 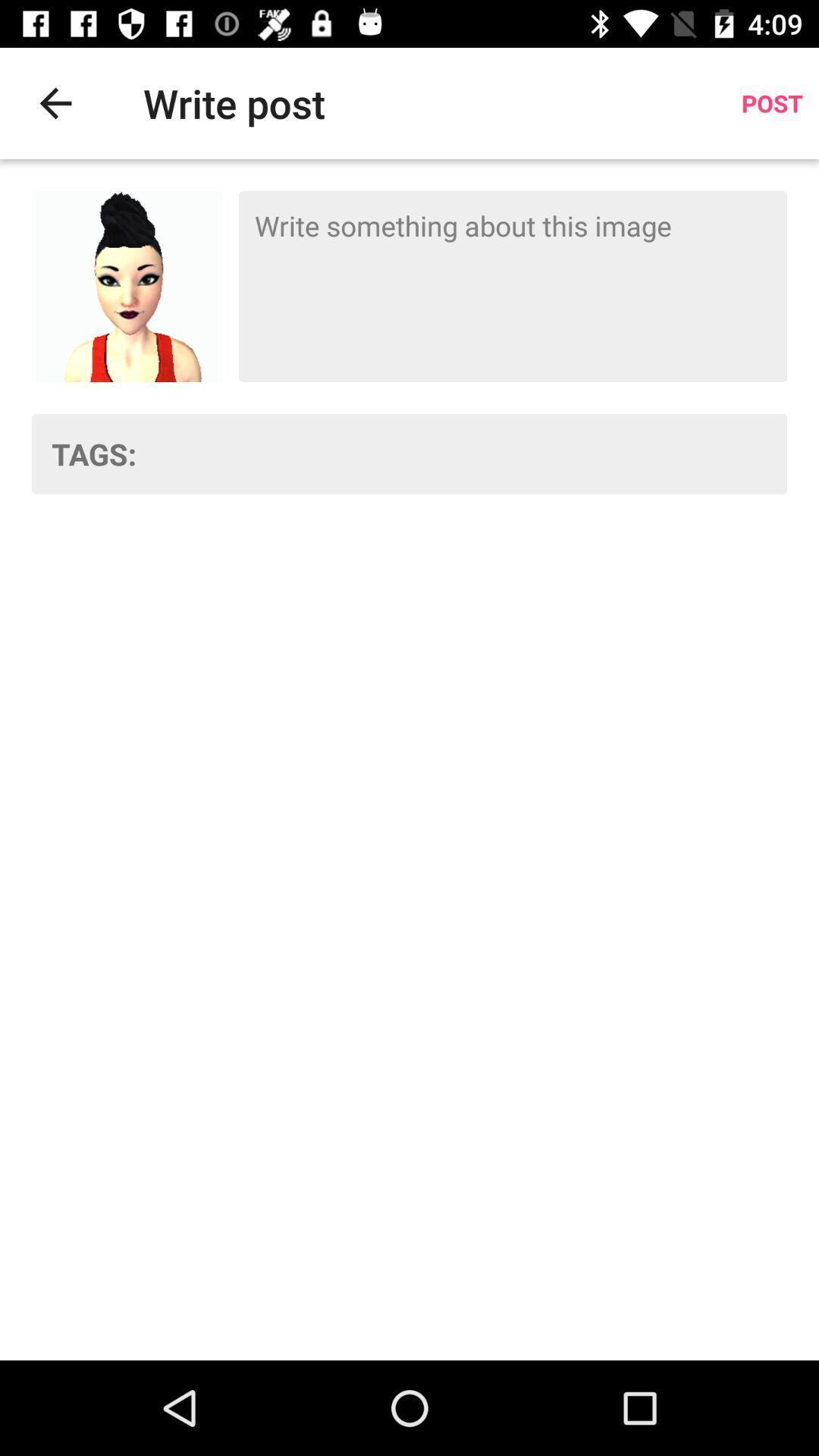 What do you see at coordinates (471, 453) in the screenshot?
I see `insert best words who describe your photo` at bounding box center [471, 453].